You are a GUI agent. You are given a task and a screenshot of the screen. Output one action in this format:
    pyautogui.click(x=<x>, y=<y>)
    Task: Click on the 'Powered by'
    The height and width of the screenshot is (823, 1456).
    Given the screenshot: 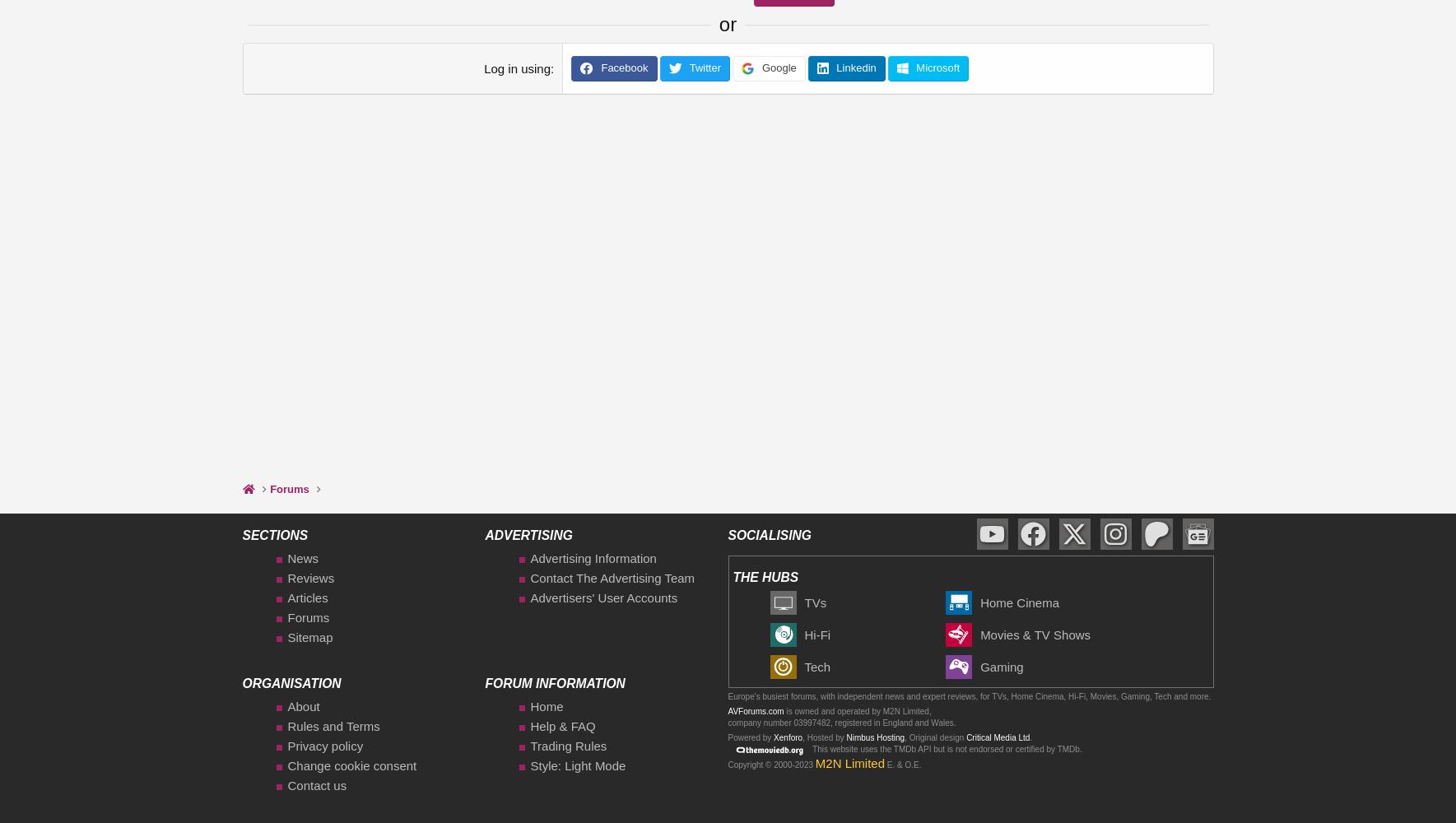 What is the action you would take?
    pyautogui.click(x=750, y=737)
    